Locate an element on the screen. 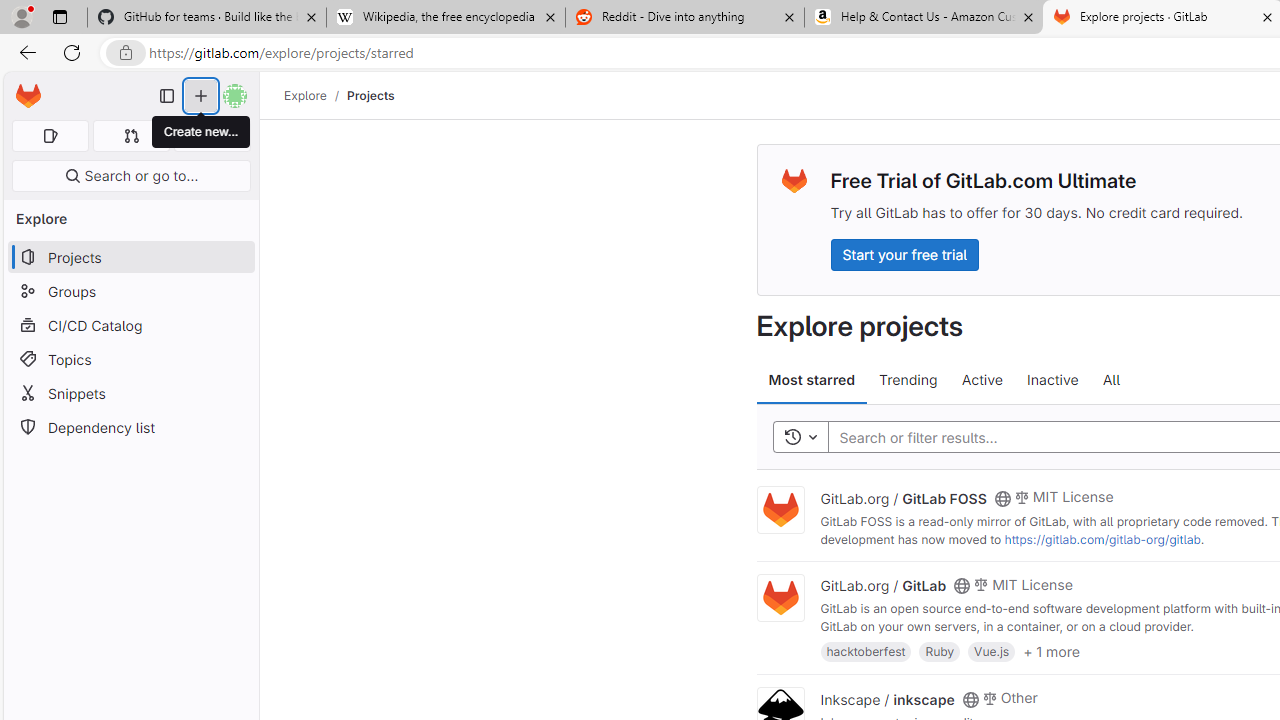 The width and height of the screenshot is (1280, 720). 'Create new...' is located at coordinates (201, 96).